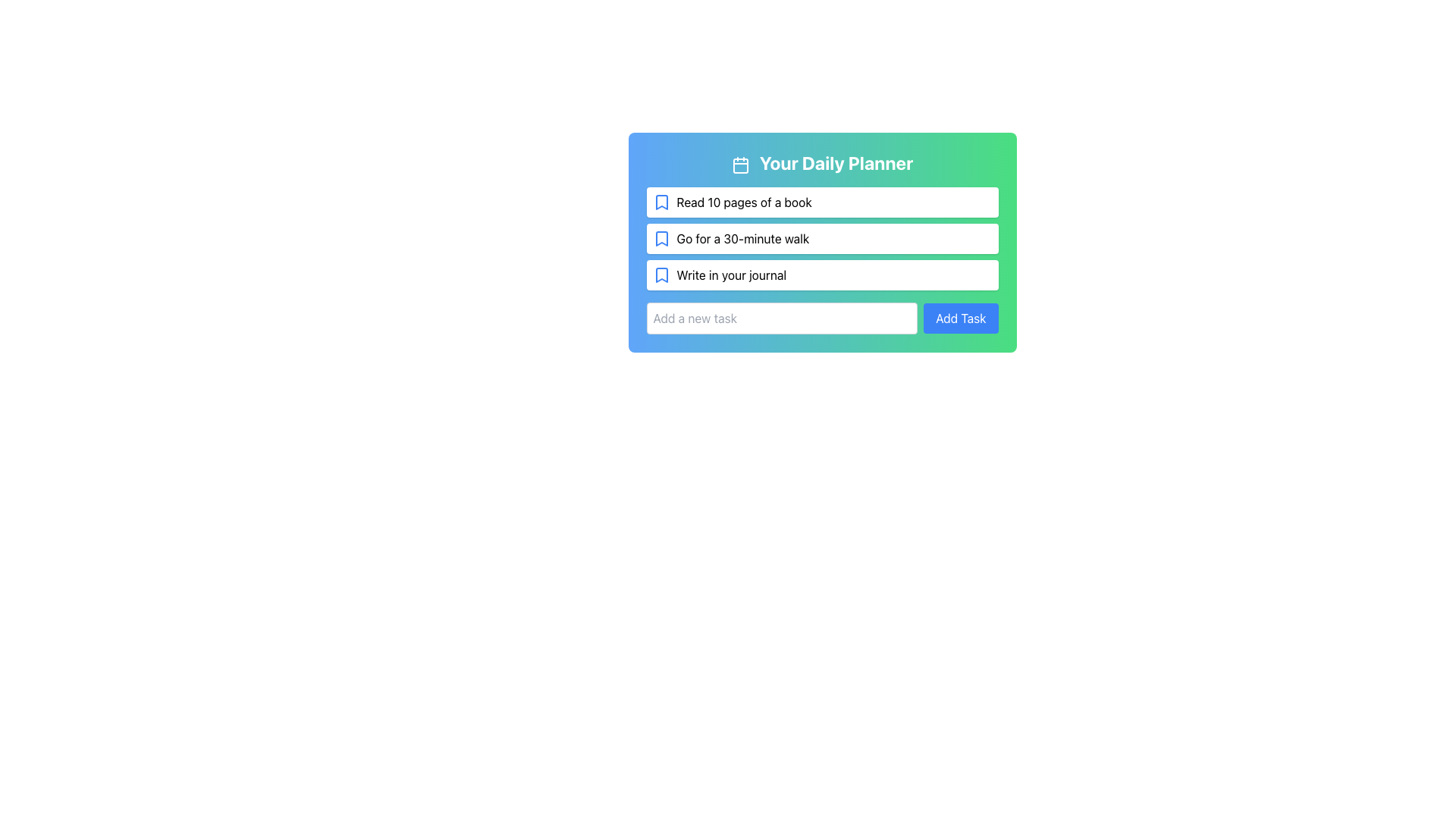 The image size is (1456, 819). Describe the element at coordinates (661, 239) in the screenshot. I see `the favorite/bookmark icon located to the left of the text 'Go for a 30-minute walk'` at that location.